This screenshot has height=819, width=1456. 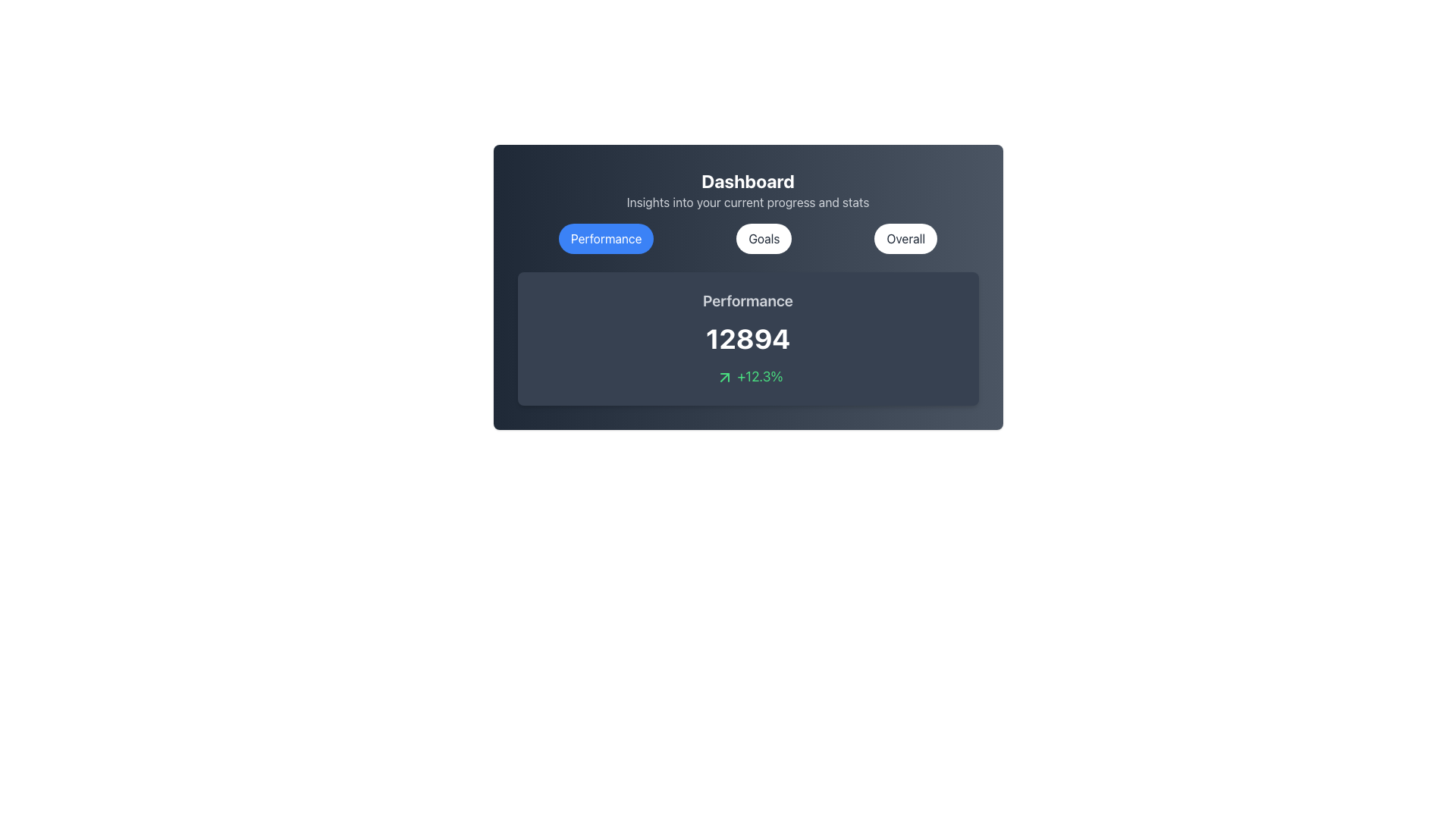 What do you see at coordinates (605, 239) in the screenshot?
I see `the rounded blue button labeled 'Performance'` at bounding box center [605, 239].